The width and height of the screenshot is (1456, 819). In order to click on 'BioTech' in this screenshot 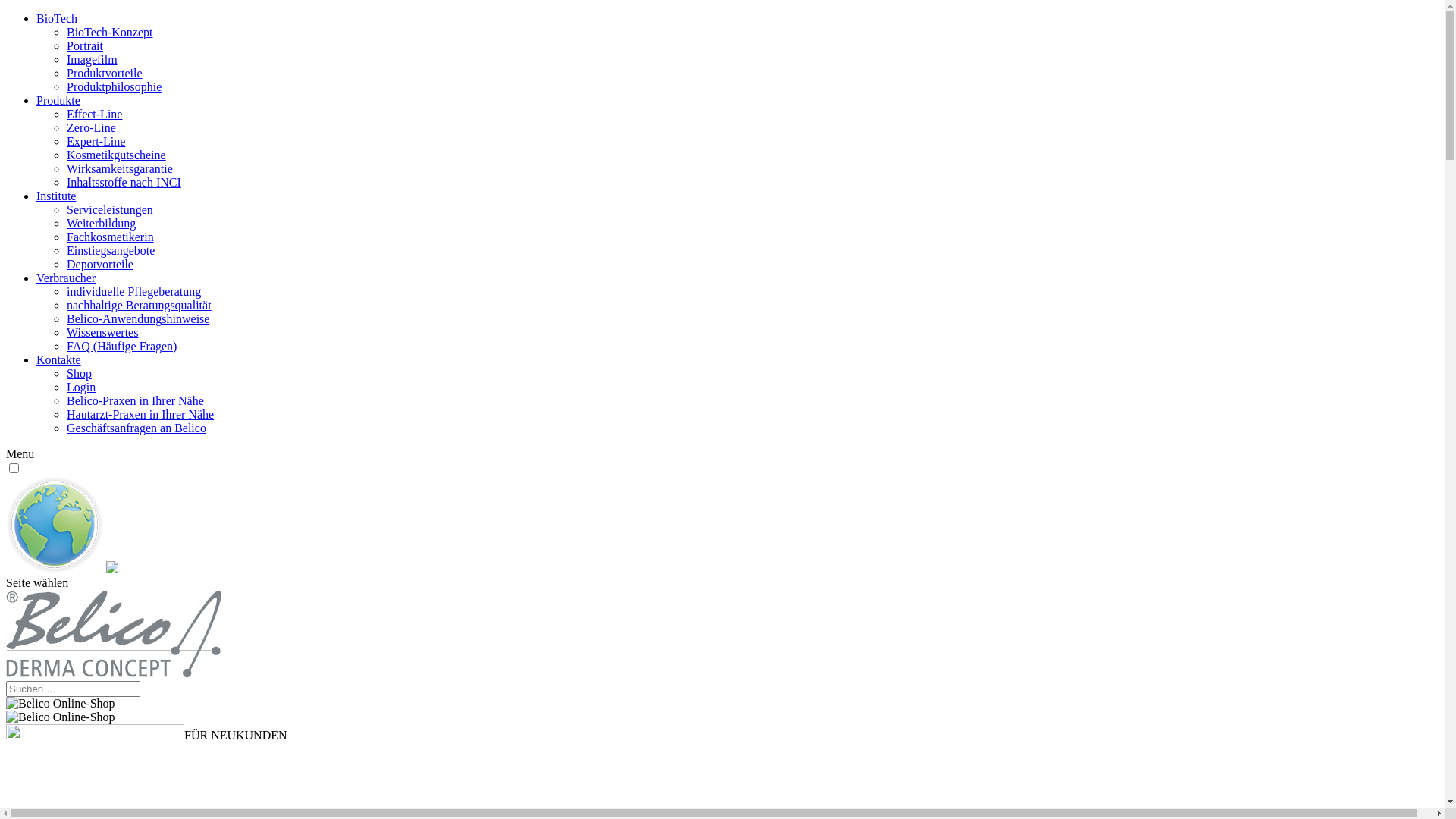, I will do `click(36, 18)`.